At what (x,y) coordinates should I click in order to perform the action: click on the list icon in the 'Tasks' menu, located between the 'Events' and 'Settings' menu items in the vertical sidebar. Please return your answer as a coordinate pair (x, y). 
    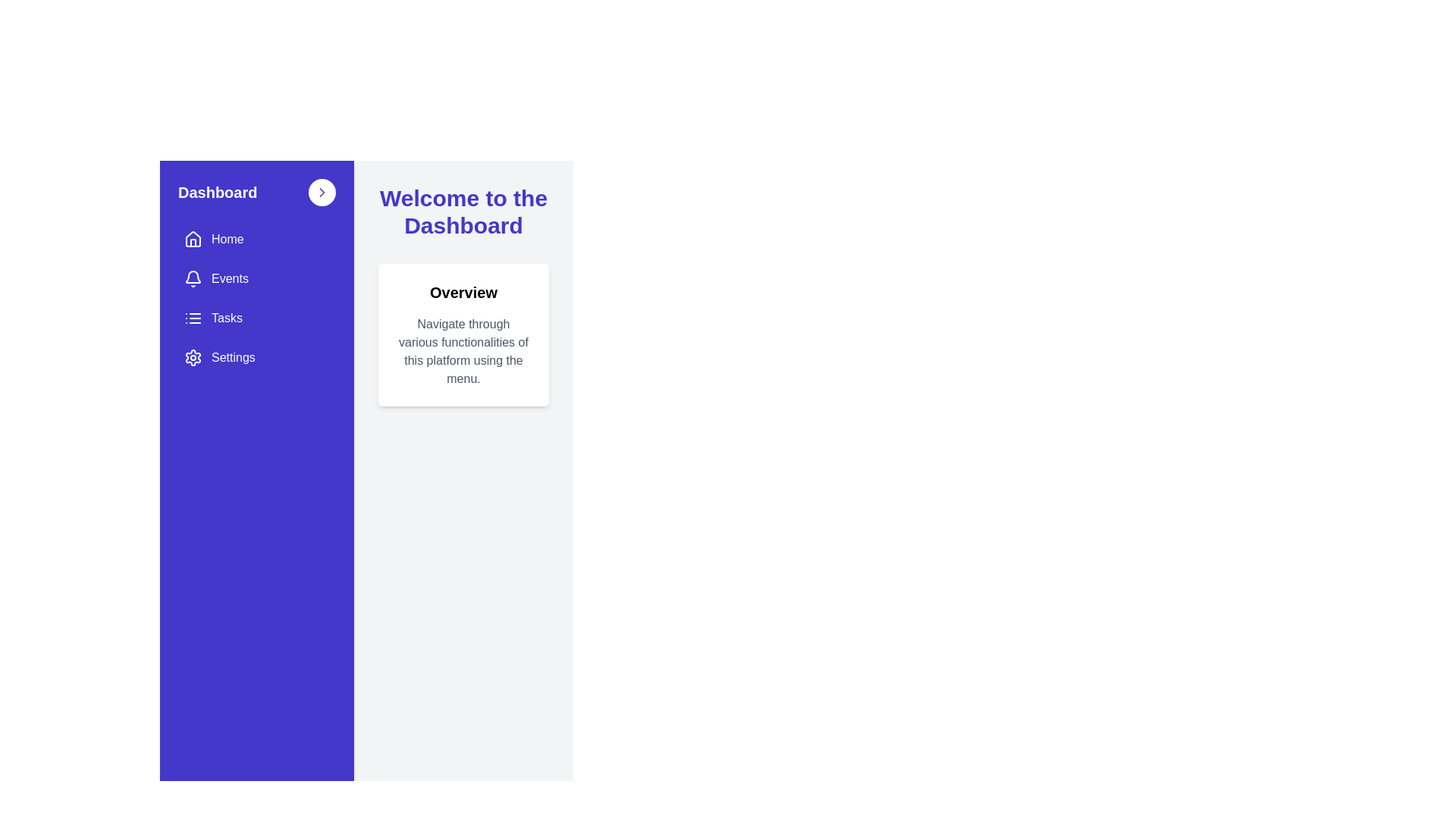
    Looking at the image, I should click on (192, 318).